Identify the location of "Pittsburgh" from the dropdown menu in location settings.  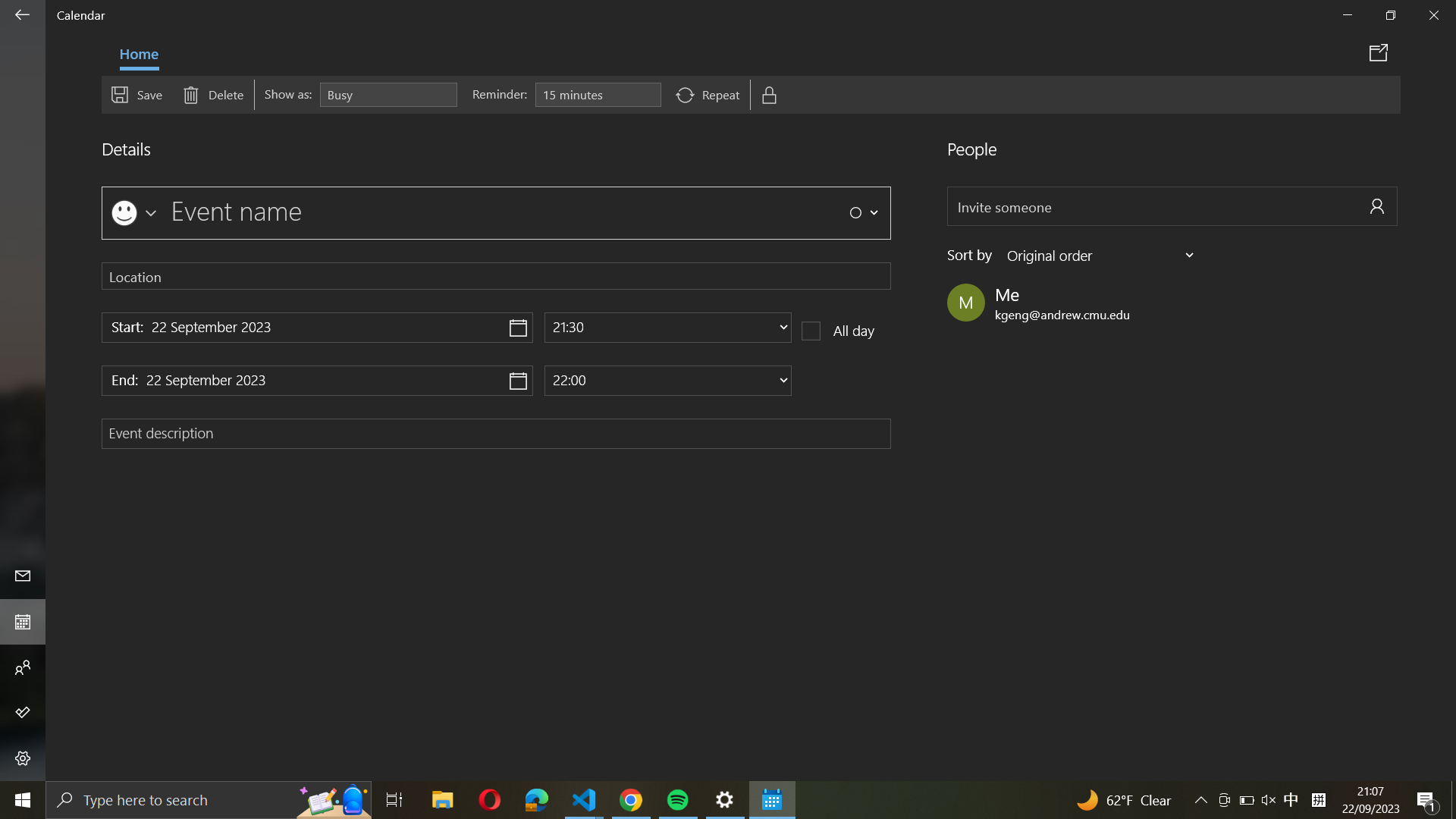
(496, 275).